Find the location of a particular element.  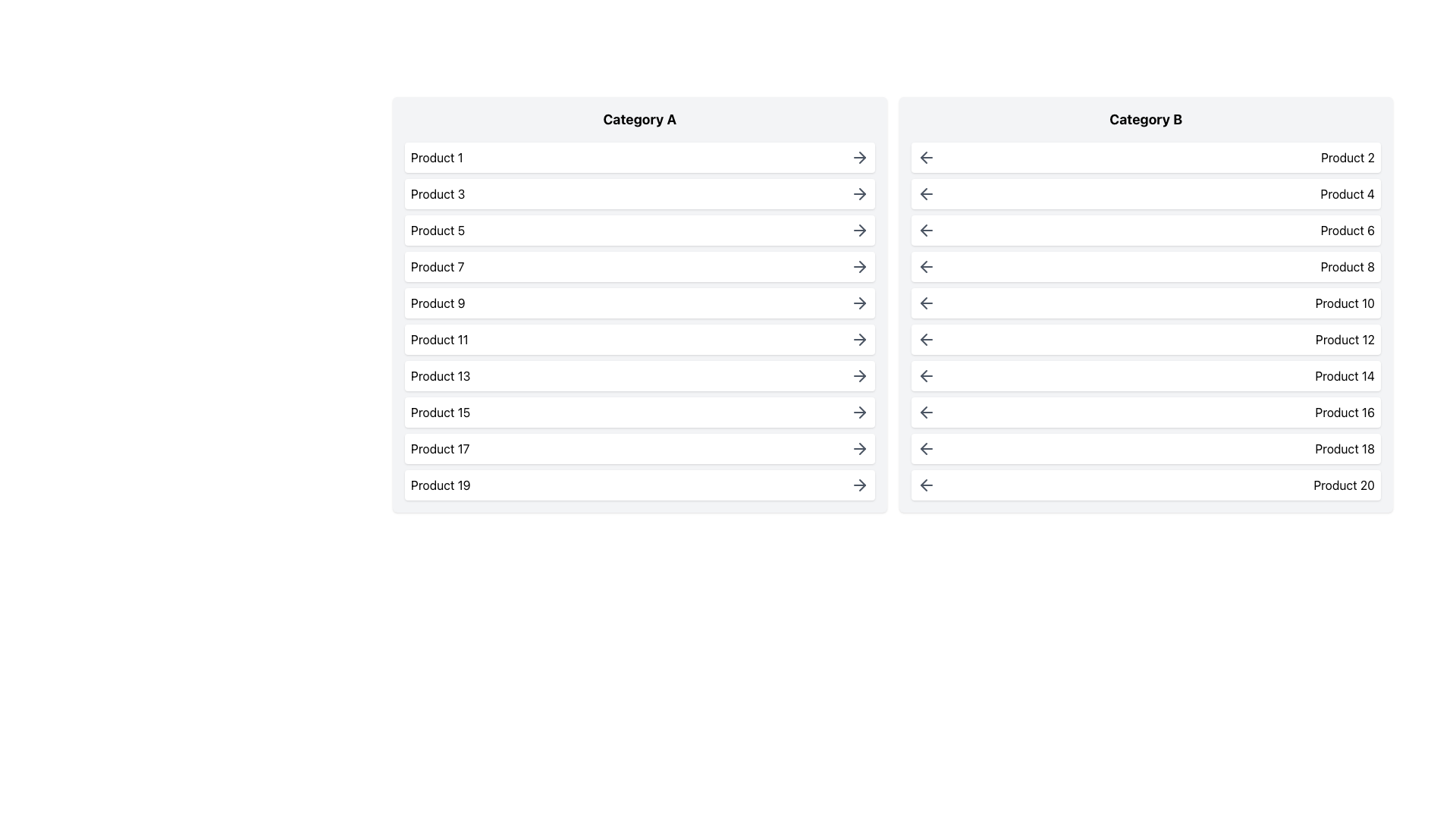

the list item for 'Product 11' located under 'Category A' is located at coordinates (639, 338).